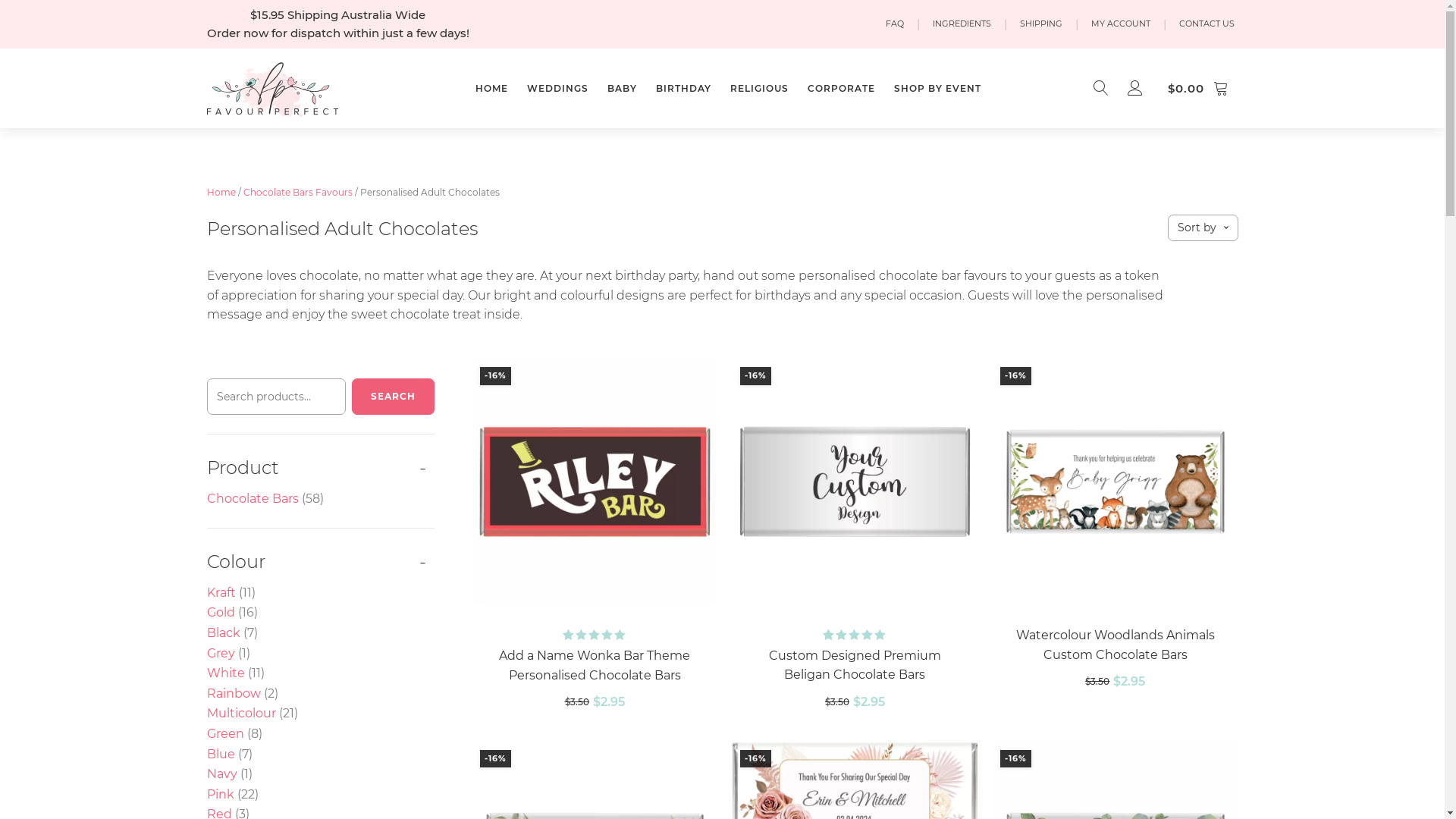 Image resolution: width=1456 pixels, height=819 pixels. I want to click on 'Green', so click(206, 733).